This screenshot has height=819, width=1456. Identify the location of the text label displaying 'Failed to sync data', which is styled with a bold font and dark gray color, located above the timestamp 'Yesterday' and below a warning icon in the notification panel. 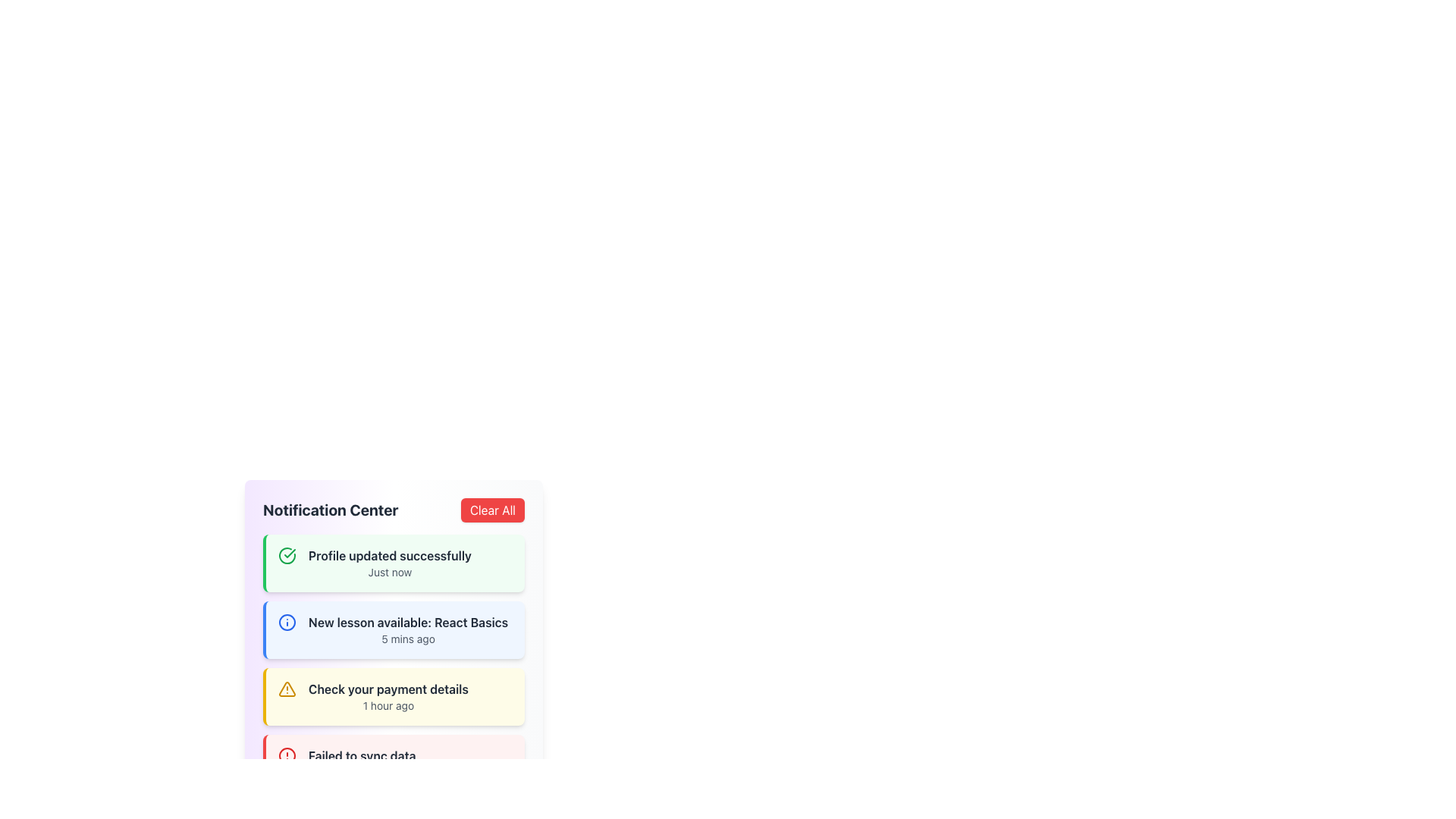
(361, 755).